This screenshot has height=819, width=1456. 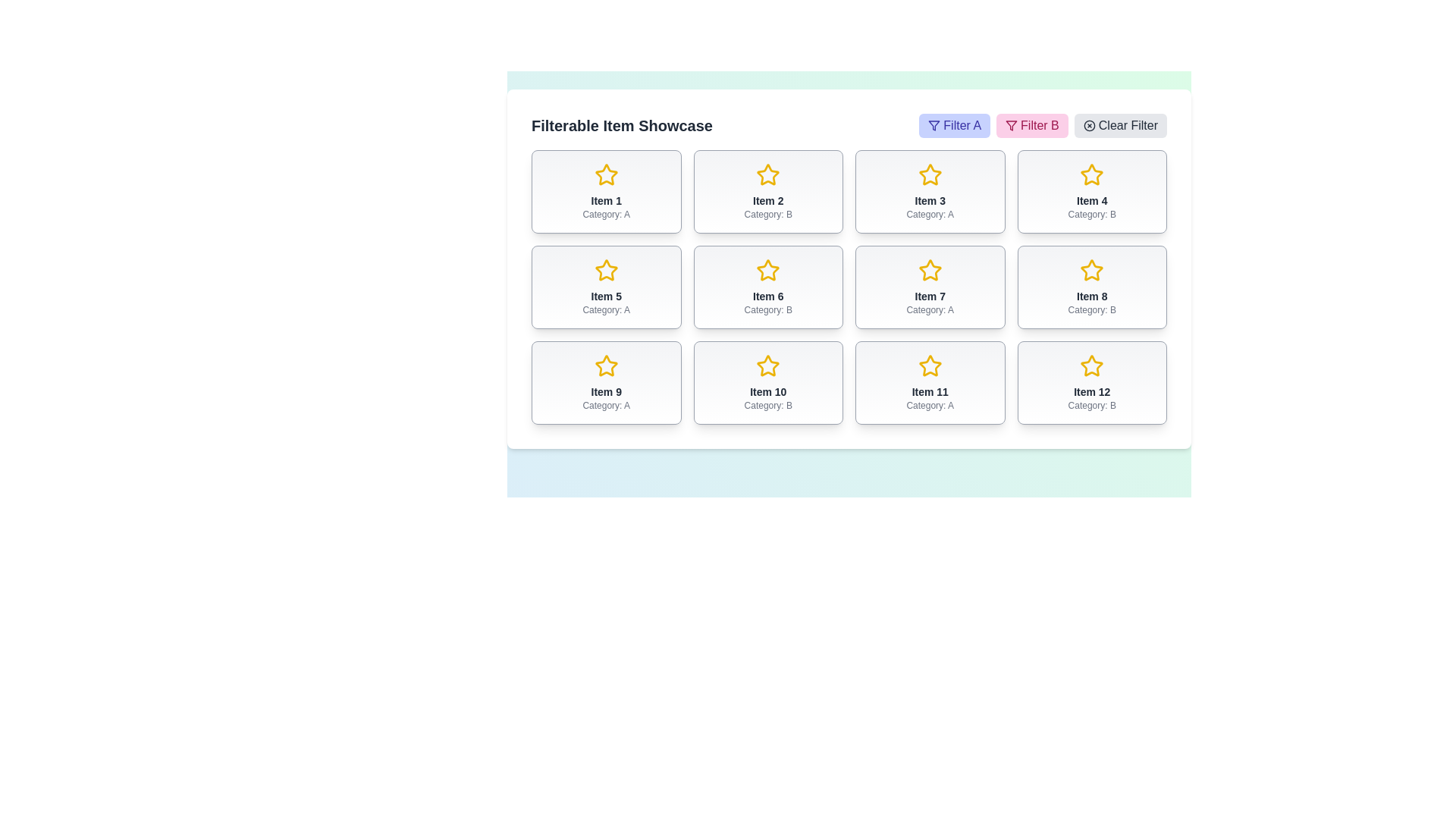 I want to click on the Card element labeled 'Item 7', so click(x=929, y=287).